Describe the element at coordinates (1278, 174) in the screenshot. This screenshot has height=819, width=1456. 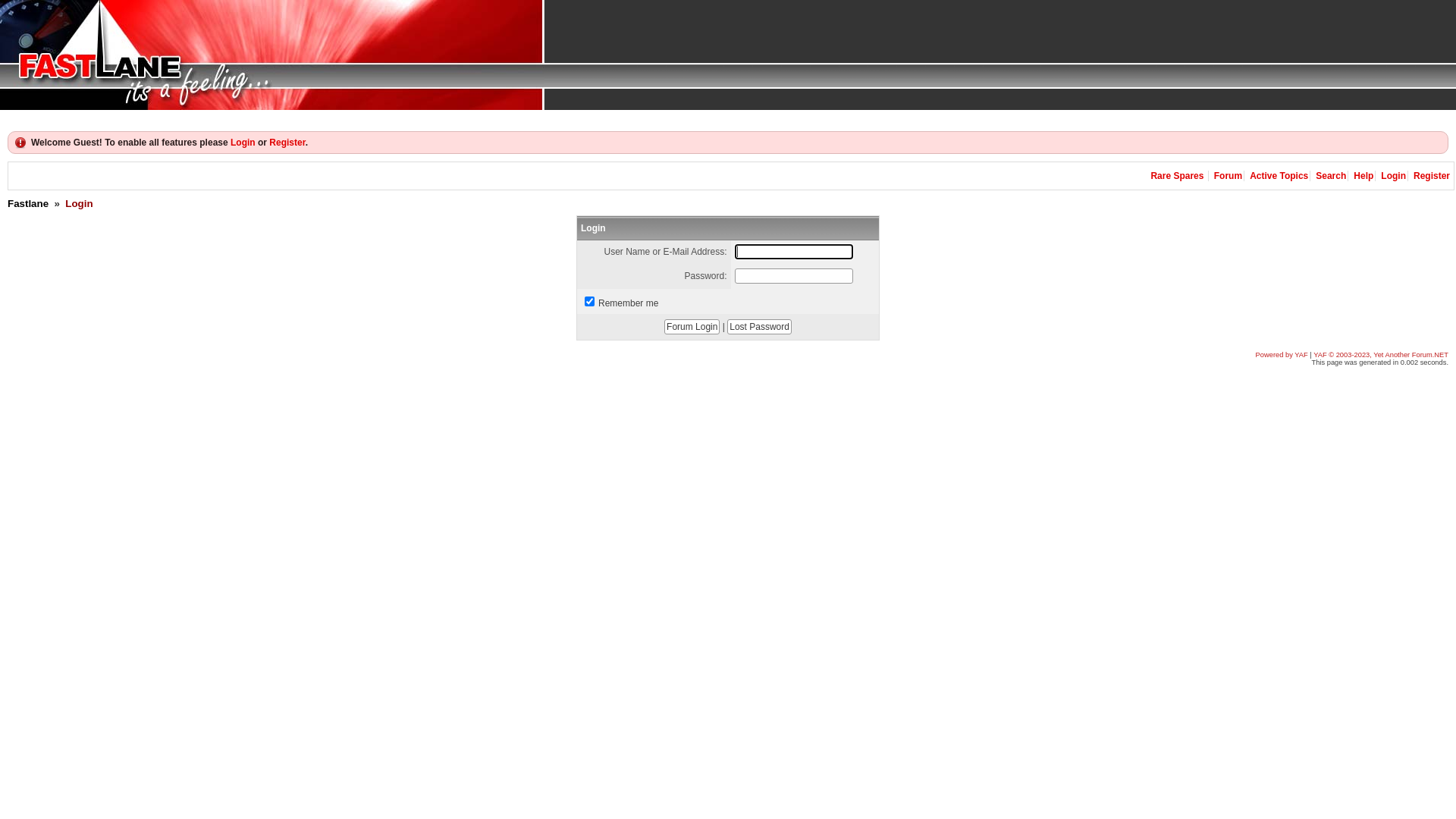
I see `'Active Topics'` at that location.